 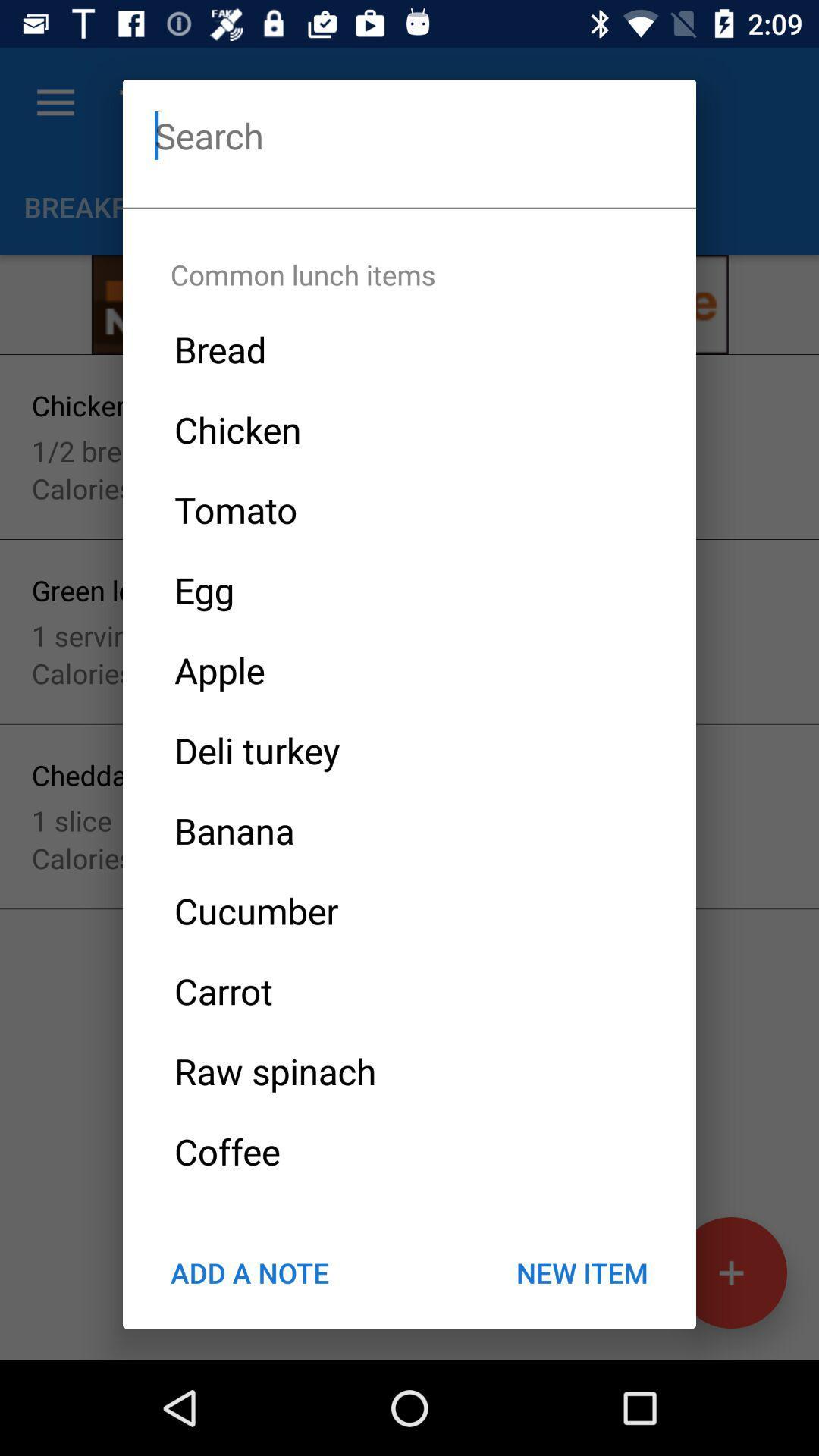 I want to click on the icon next to the add a note item, so click(x=581, y=1272).